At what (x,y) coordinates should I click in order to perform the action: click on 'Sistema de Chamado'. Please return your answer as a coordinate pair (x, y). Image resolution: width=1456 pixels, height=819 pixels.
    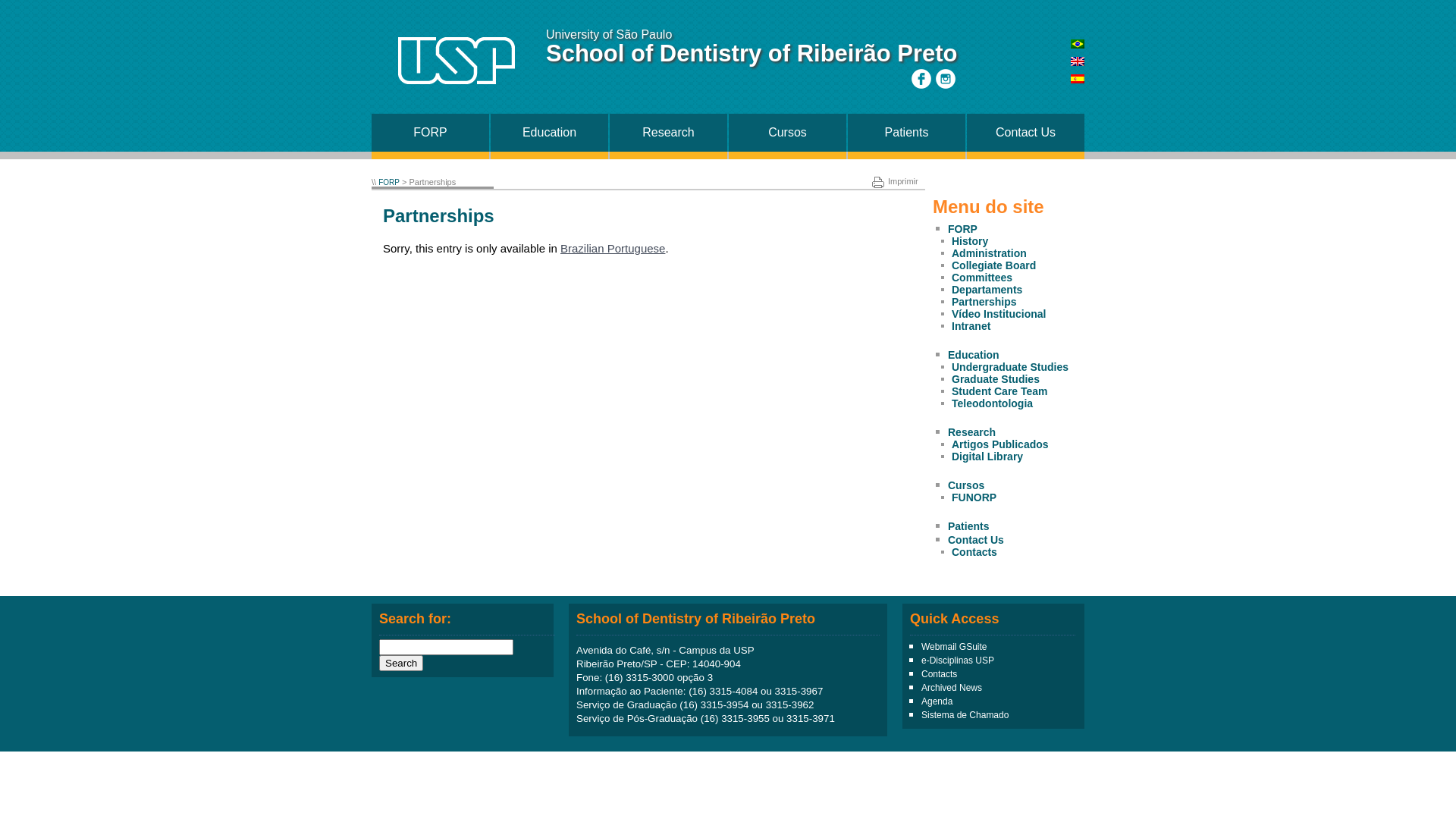
    Looking at the image, I should click on (964, 714).